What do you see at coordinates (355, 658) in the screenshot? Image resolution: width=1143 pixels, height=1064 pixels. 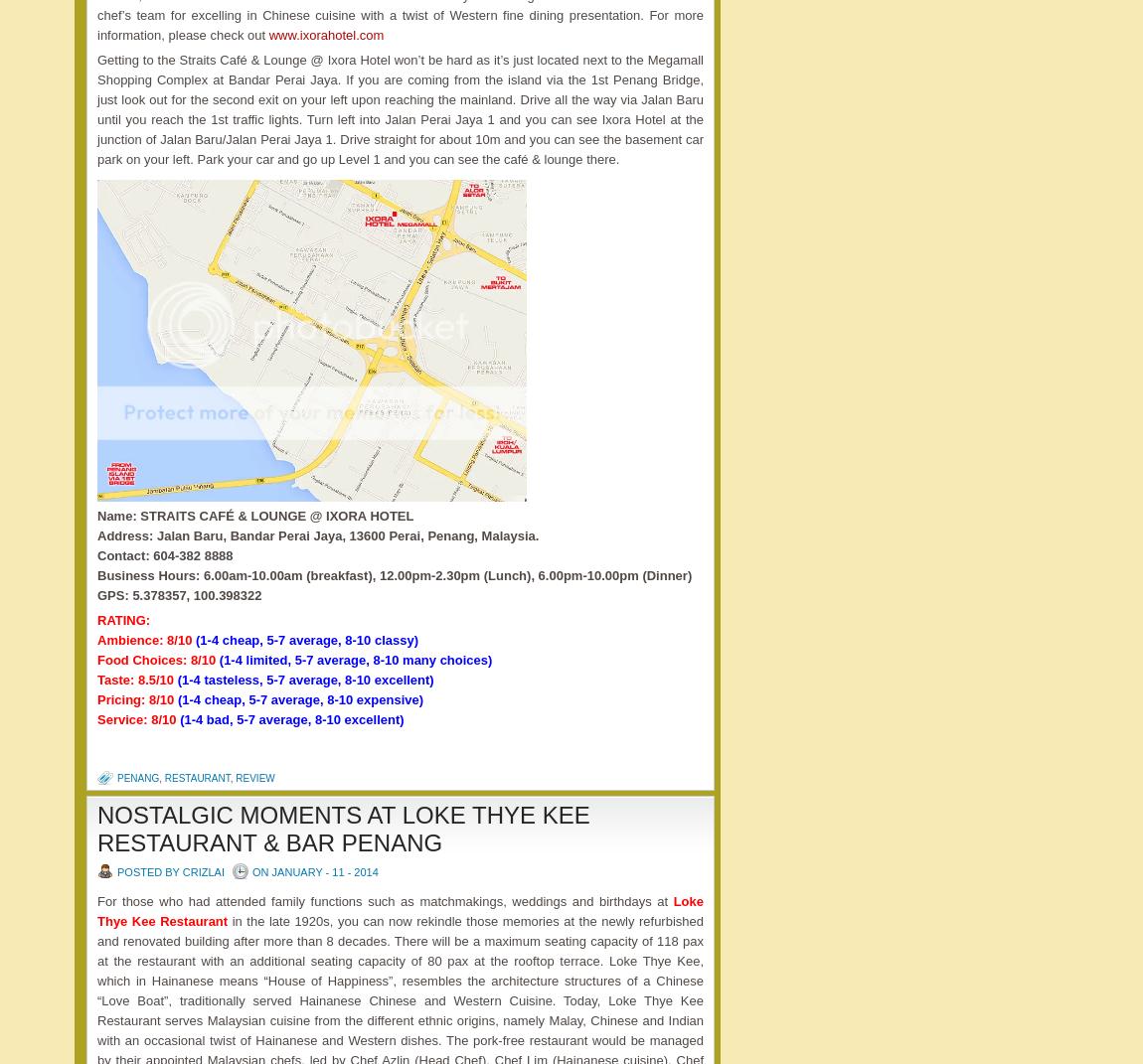 I see `'(1-4 limited, 5-7 average, 8-10 many choices)'` at bounding box center [355, 658].